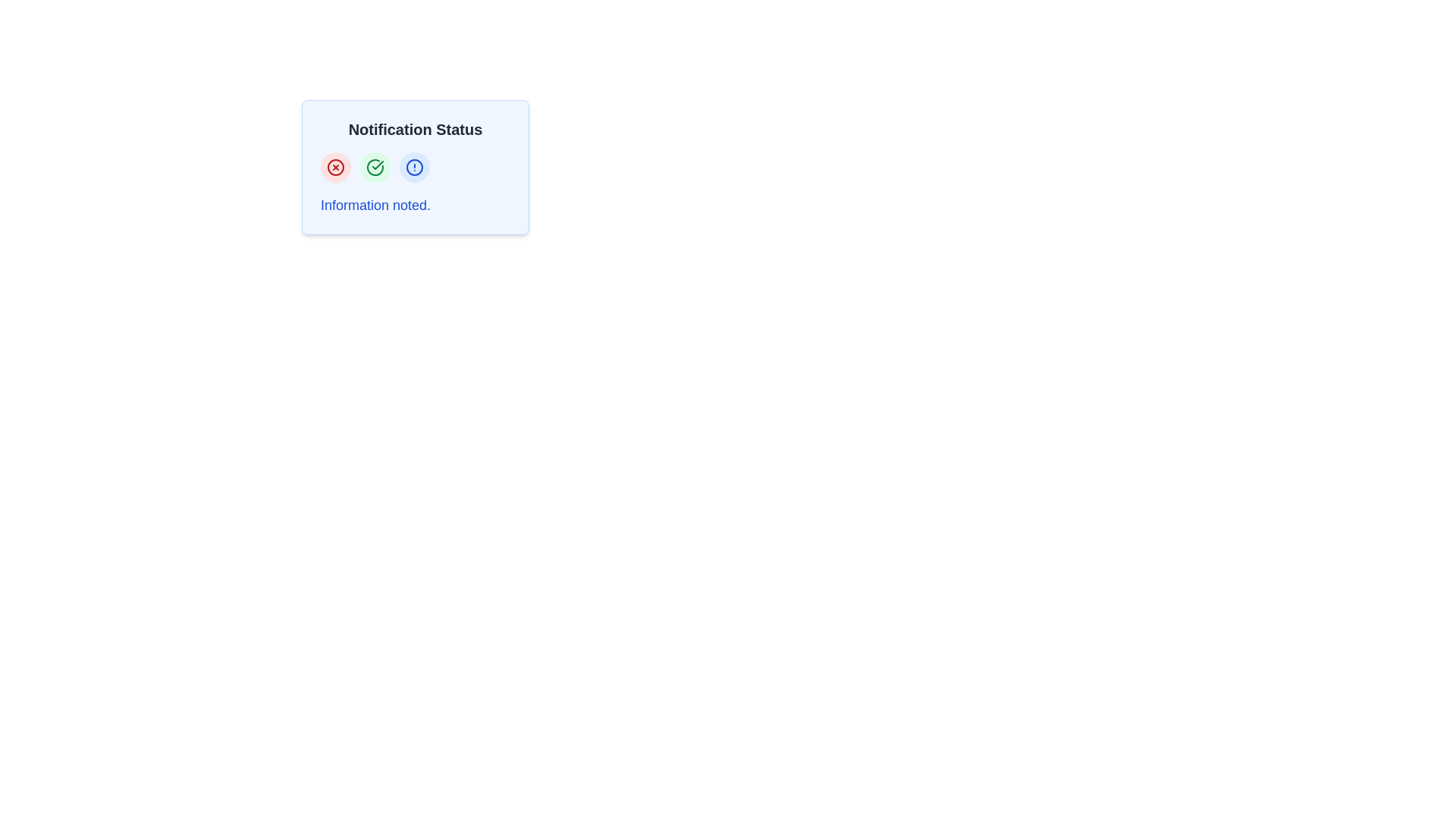 This screenshot has width=1456, height=819. Describe the element at coordinates (415, 167) in the screenshot. I see `the circular blue button with a white border containing an alert icon, located within the 'Notification Status' card` at that location.